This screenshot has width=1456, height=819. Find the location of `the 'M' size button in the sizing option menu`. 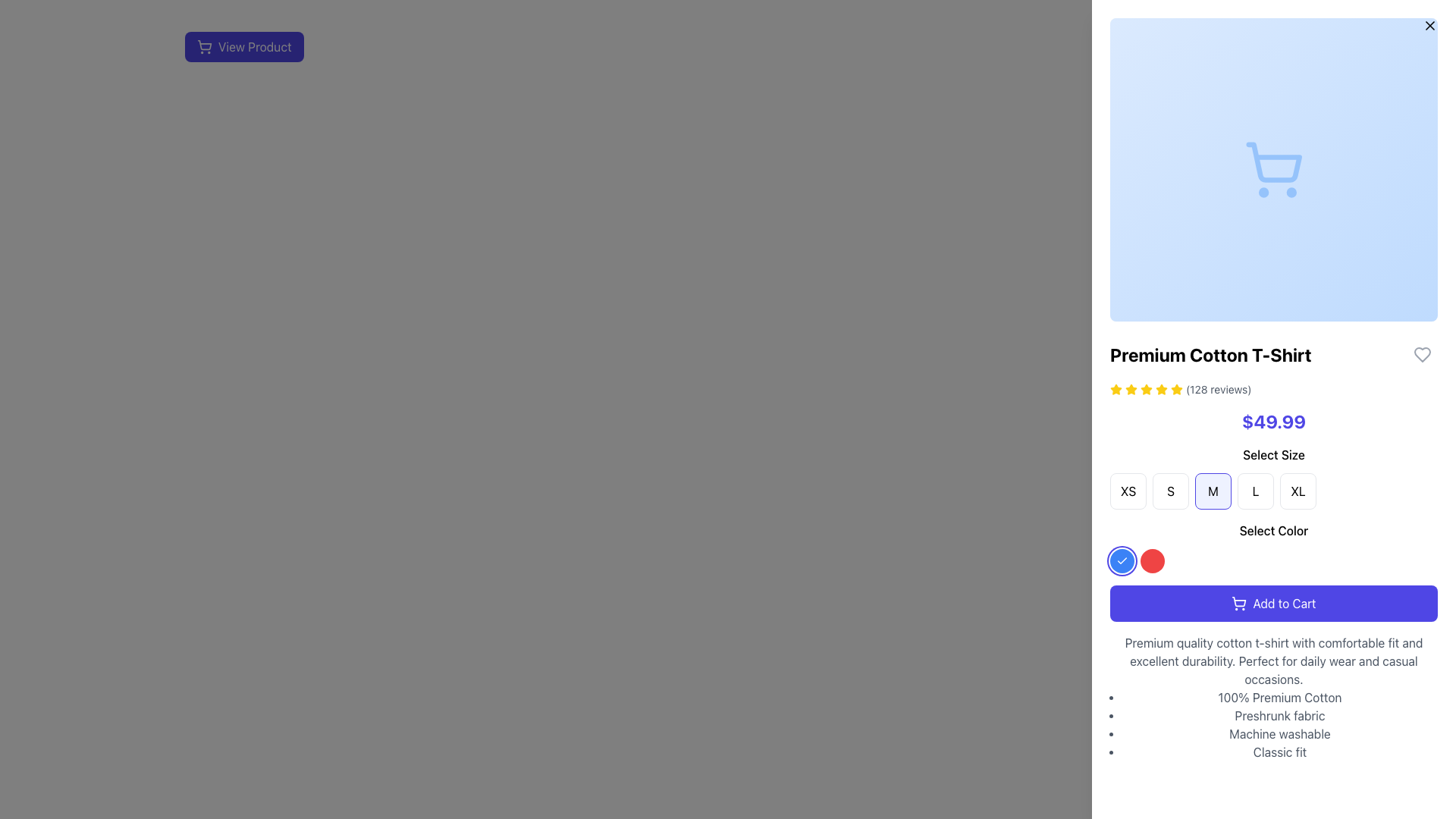

the 'M' size button in the sizing option menu is located at coordinates (1212, 491).